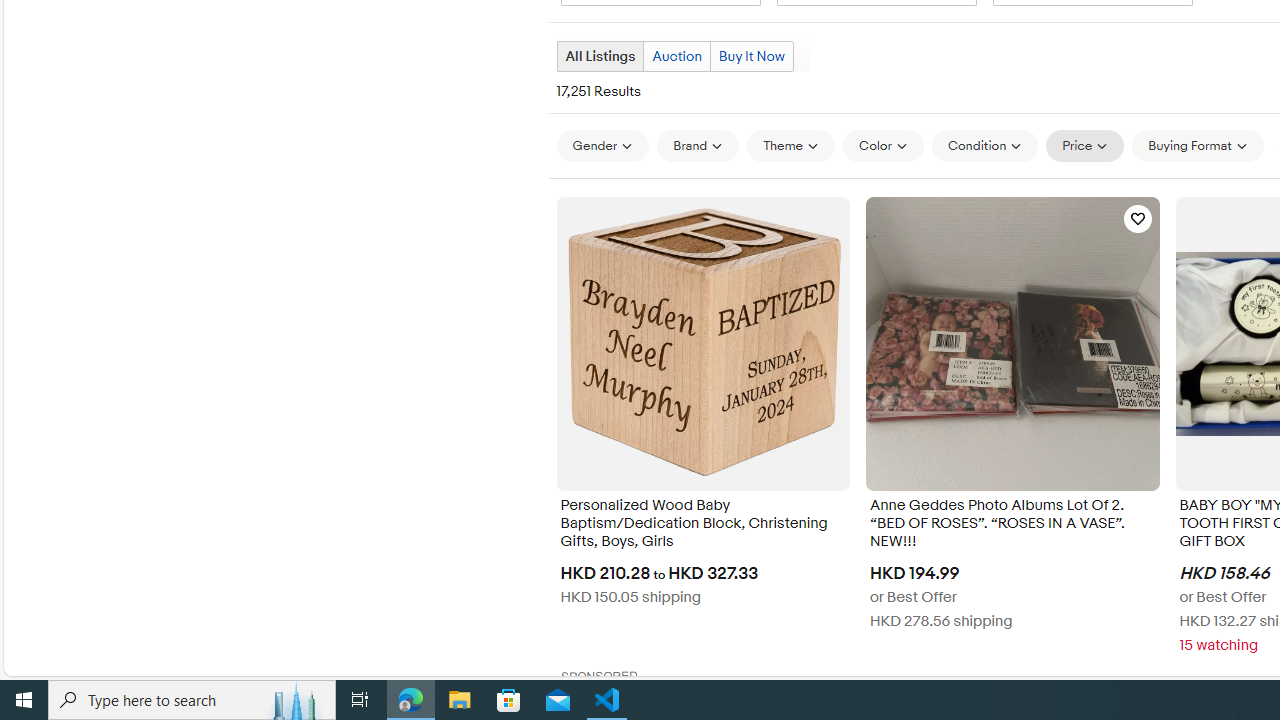 The height and width of the screenshot is (720, 1280). Describe the element at coordinates (882, 145) in the screenshot. I see `'Color'` at that location.